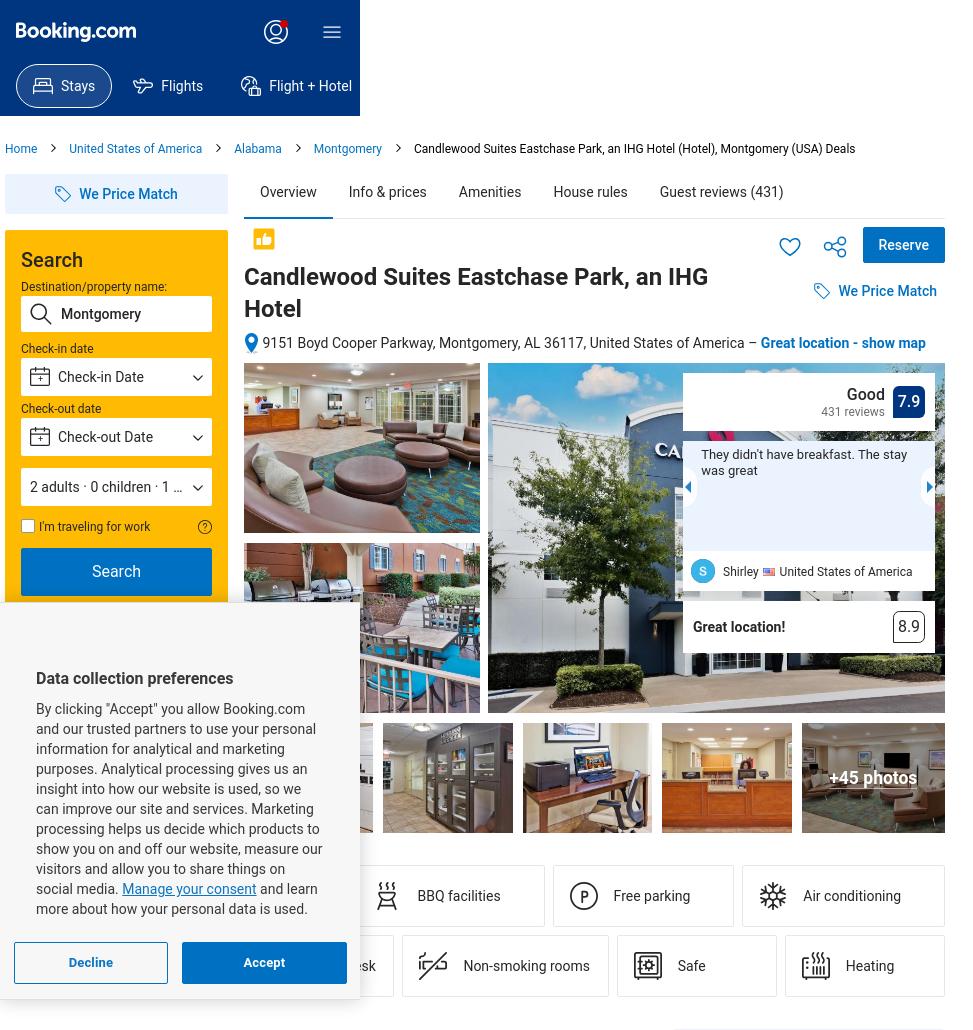 The width and height of the screenshot is (973, 1030). I want to click on '431 reviews', so click(820, 412).